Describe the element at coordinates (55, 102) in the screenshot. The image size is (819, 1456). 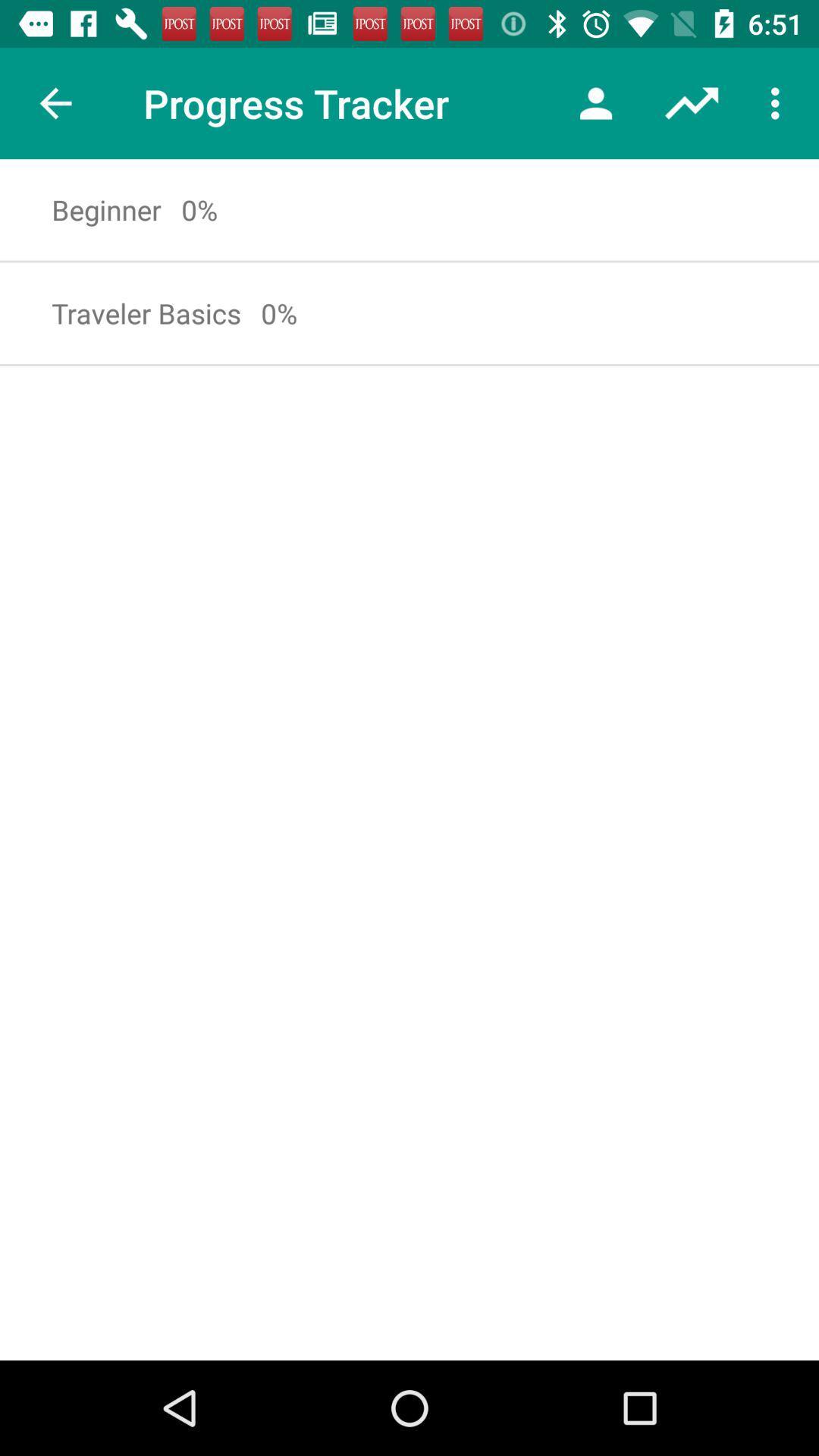
I see `item next to the progress tracker item` at that location.